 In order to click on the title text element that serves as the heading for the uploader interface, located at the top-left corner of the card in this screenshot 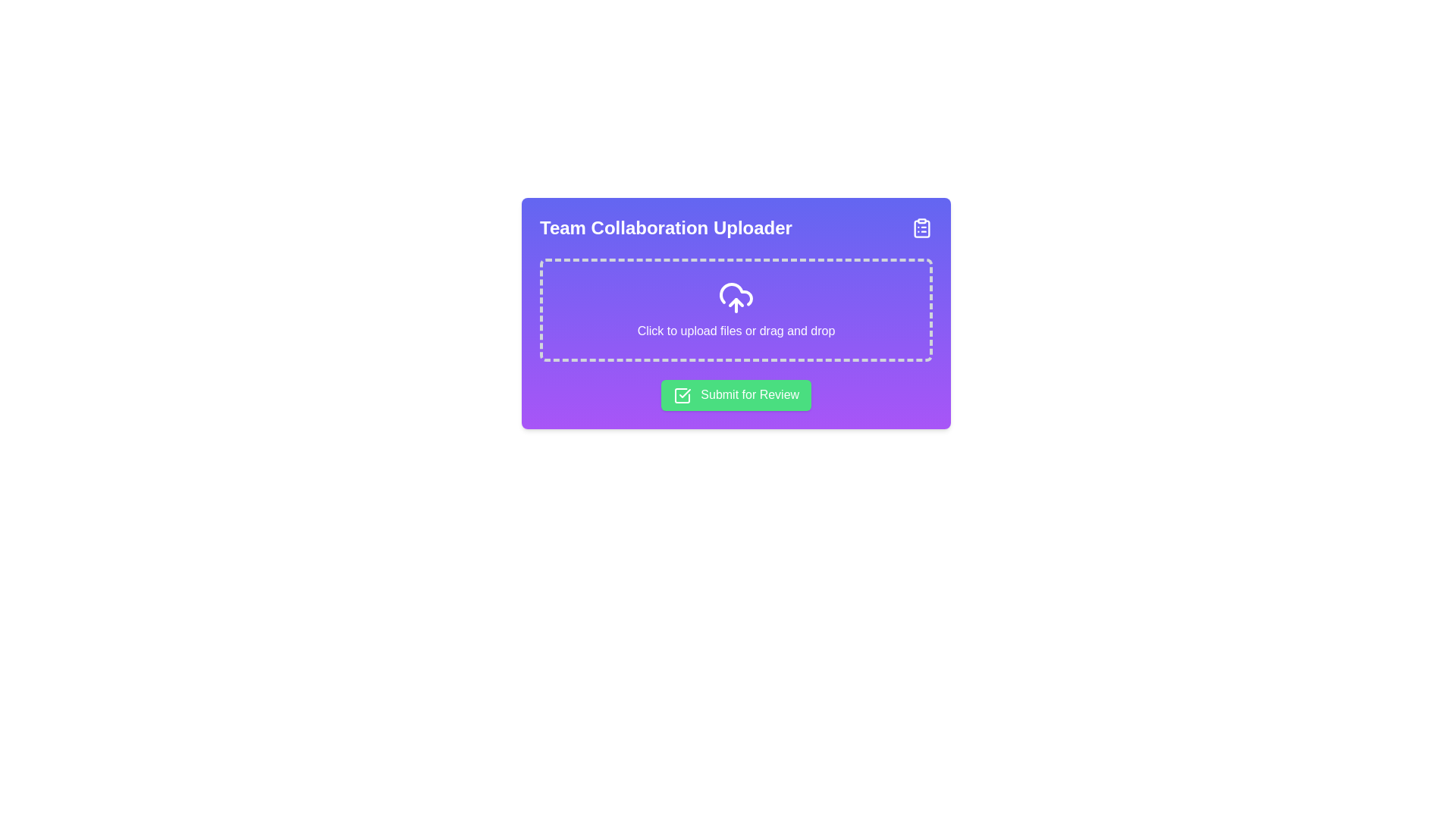, I will do `click(666, 227)`.